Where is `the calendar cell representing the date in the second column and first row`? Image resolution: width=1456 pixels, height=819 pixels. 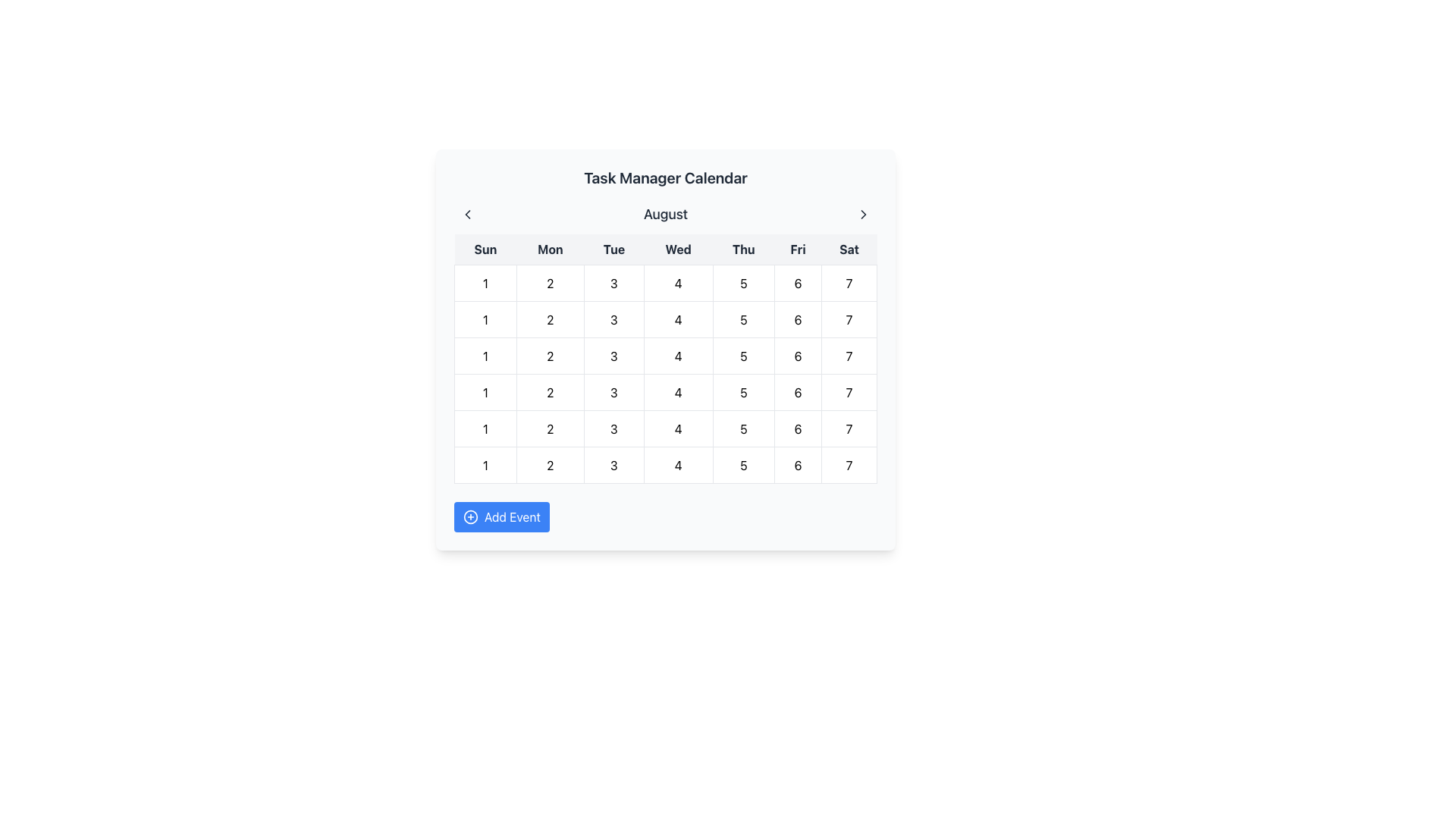
the calendar cell representing the date in the second column and first row is located at coordinates (549, 356).